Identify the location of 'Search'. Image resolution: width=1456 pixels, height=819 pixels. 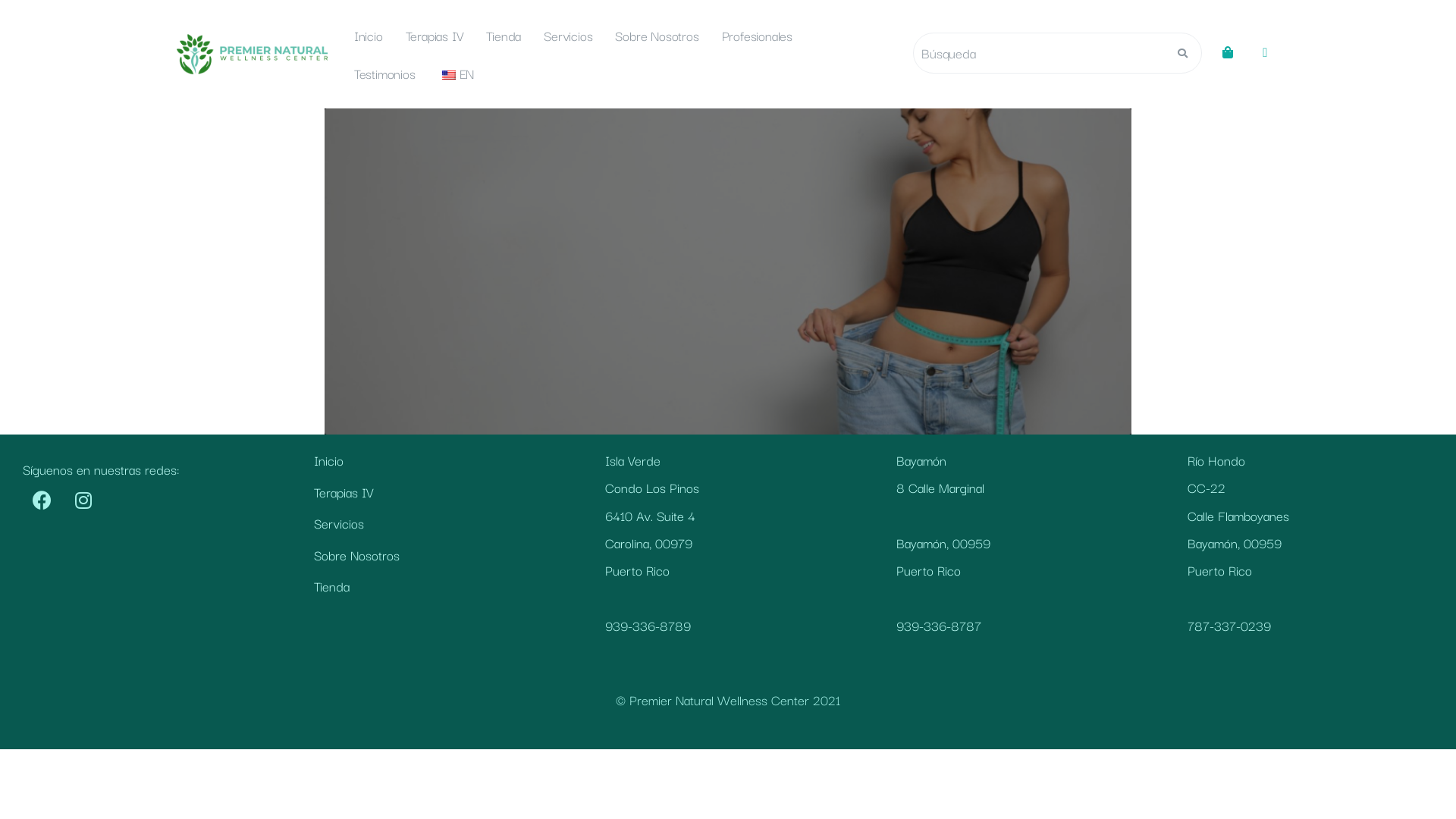
(1037, 52).